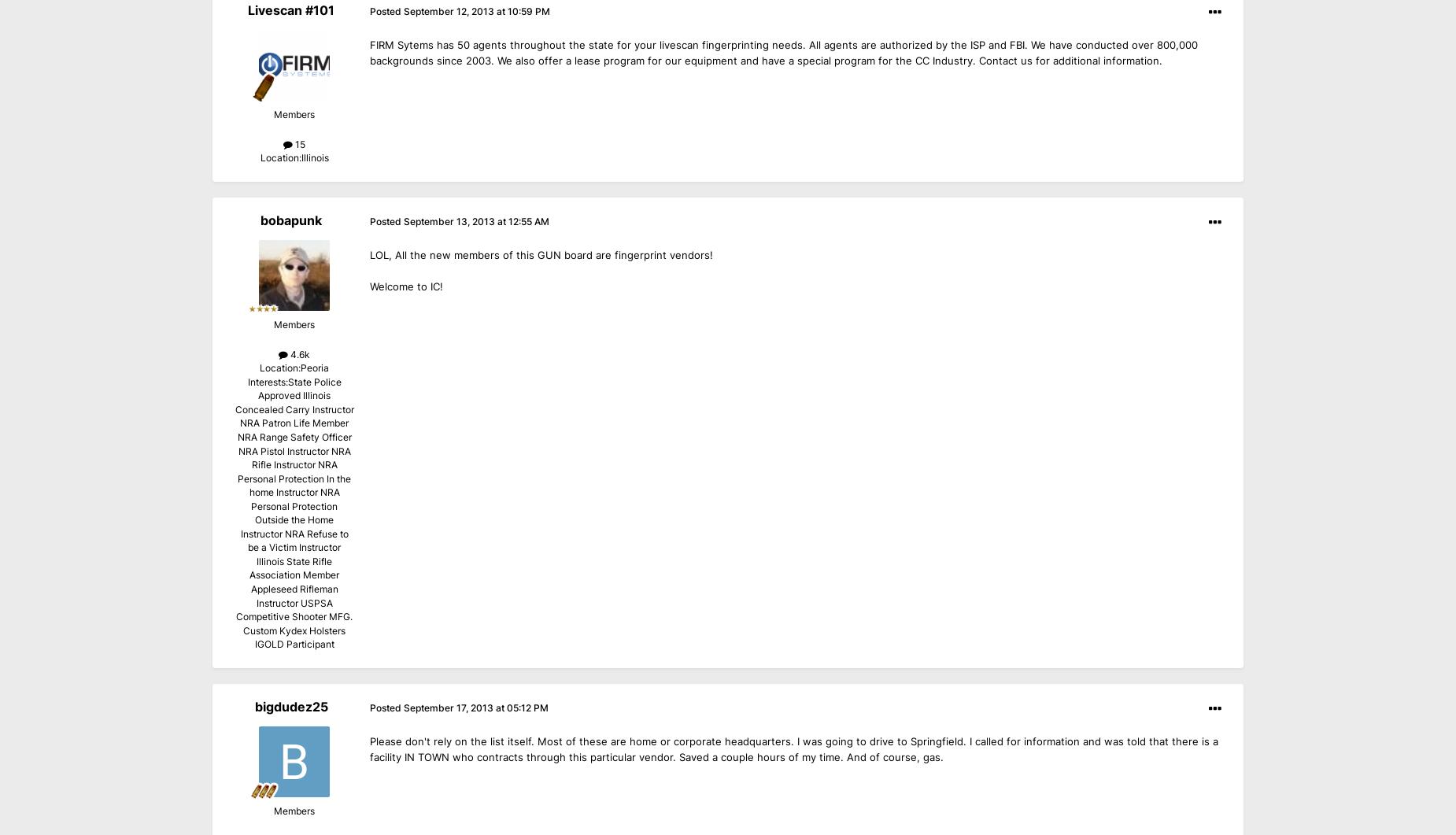 The width and height of the screenshot is (1456, 835). Describe the element at coordinates (313, 157) in the screenshot. I see `'Illinois'` at that location.